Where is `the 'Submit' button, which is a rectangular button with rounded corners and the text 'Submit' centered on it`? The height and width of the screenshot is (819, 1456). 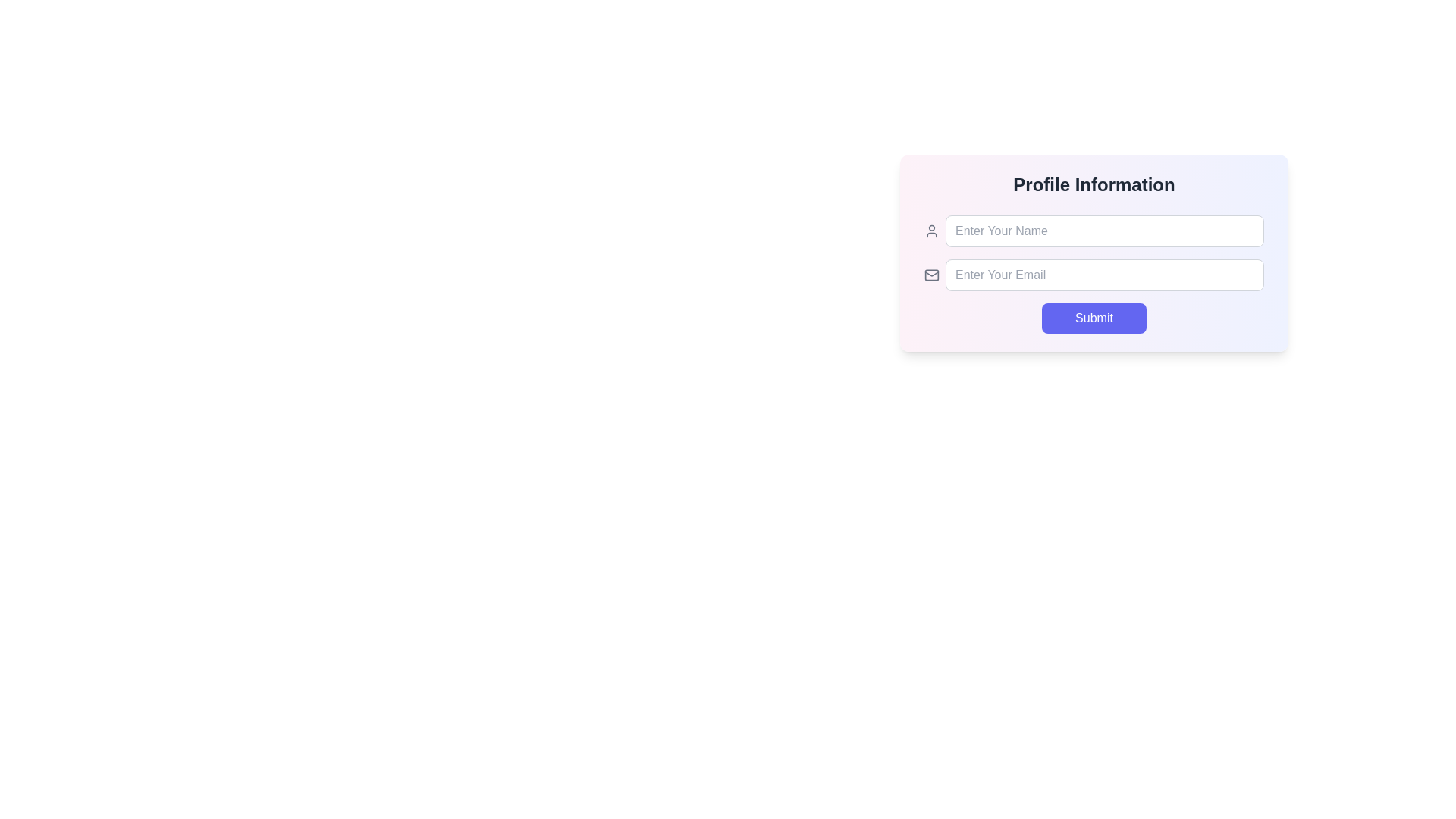 the 'Submit' button, which is a rectangular button with rounded corners and the text 'Submit' centered on it is located at coordinates (1094, 318).